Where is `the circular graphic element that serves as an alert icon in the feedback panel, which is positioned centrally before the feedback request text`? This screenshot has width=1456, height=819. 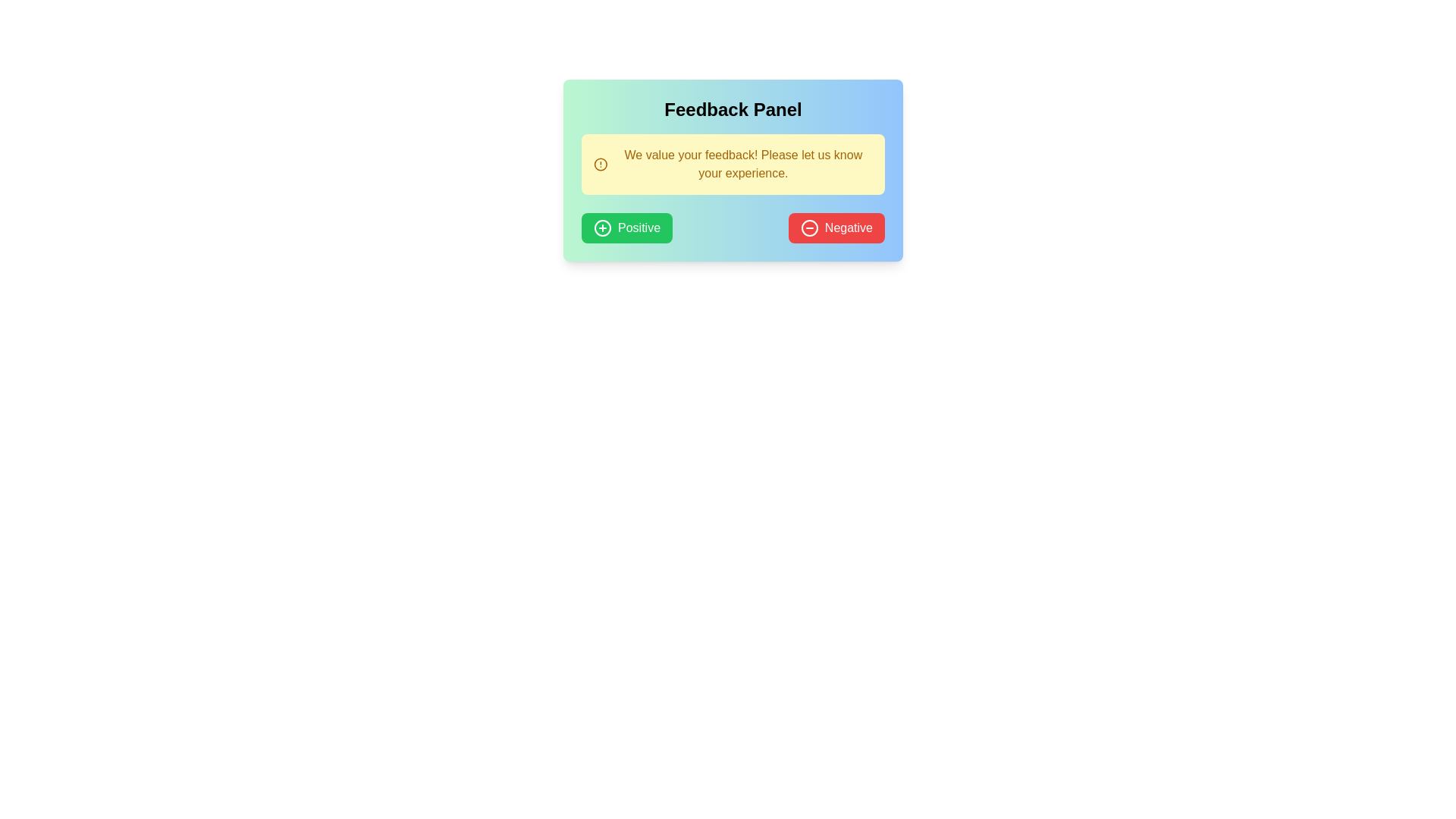 the circular graphic element that serves as an alert icon in the feedback panel, which is positioned centrally before the feedback request text is located at coordinates (600, 164).